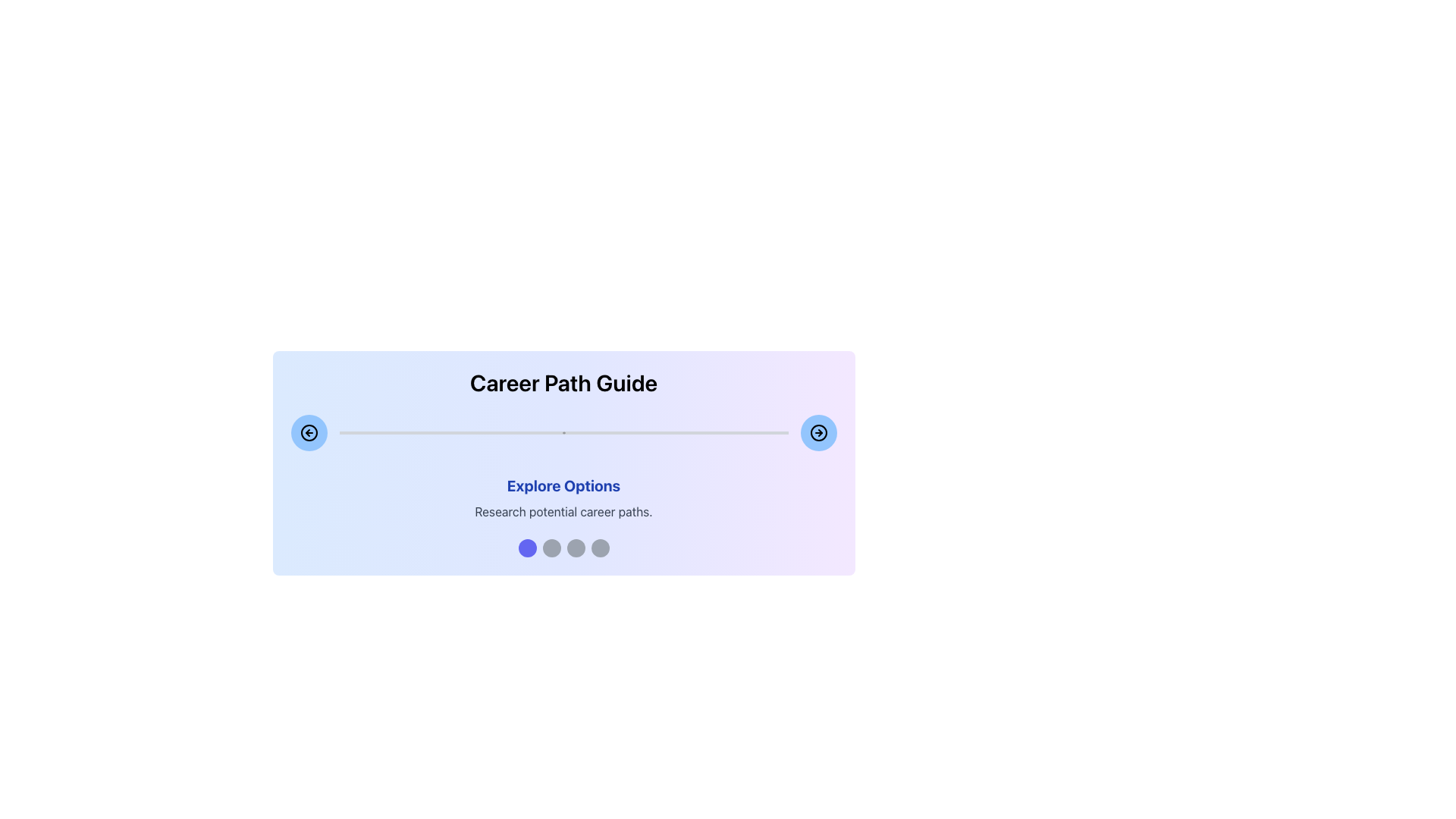 This screenshot has width=1456, height=819. Describe the element at coordinates (527, 548) in the screenshot. I see `the first indigo progress indicator or navigation dot located at the bottom of the interface under the 'Explore Options' section` at that location.